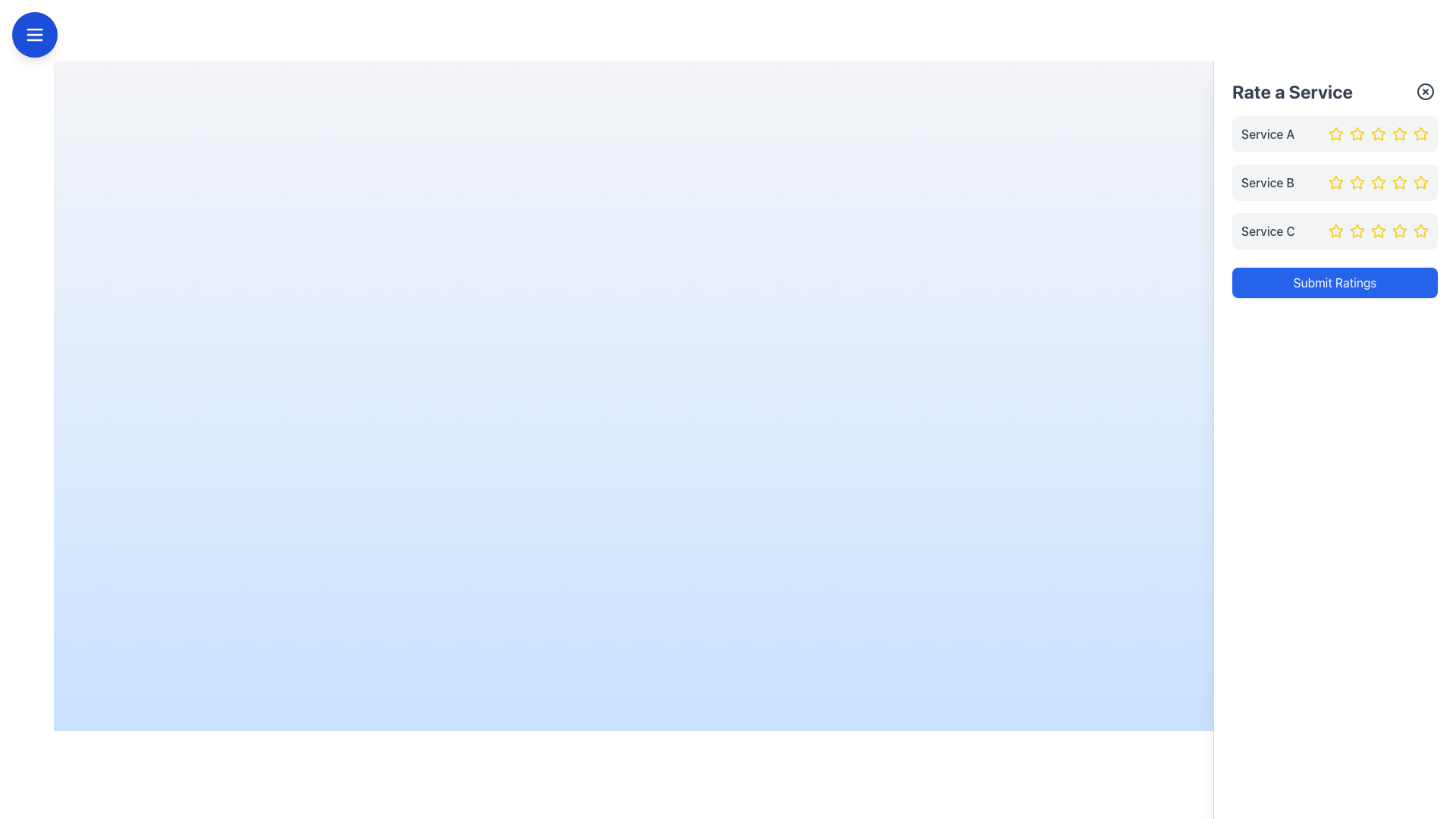  Describe the element at coordinates (1399, 181) in the screenshot. I see `the third star icon from the left in the rating row for 'Service B' in the 'Rate a Service' section` at that location.